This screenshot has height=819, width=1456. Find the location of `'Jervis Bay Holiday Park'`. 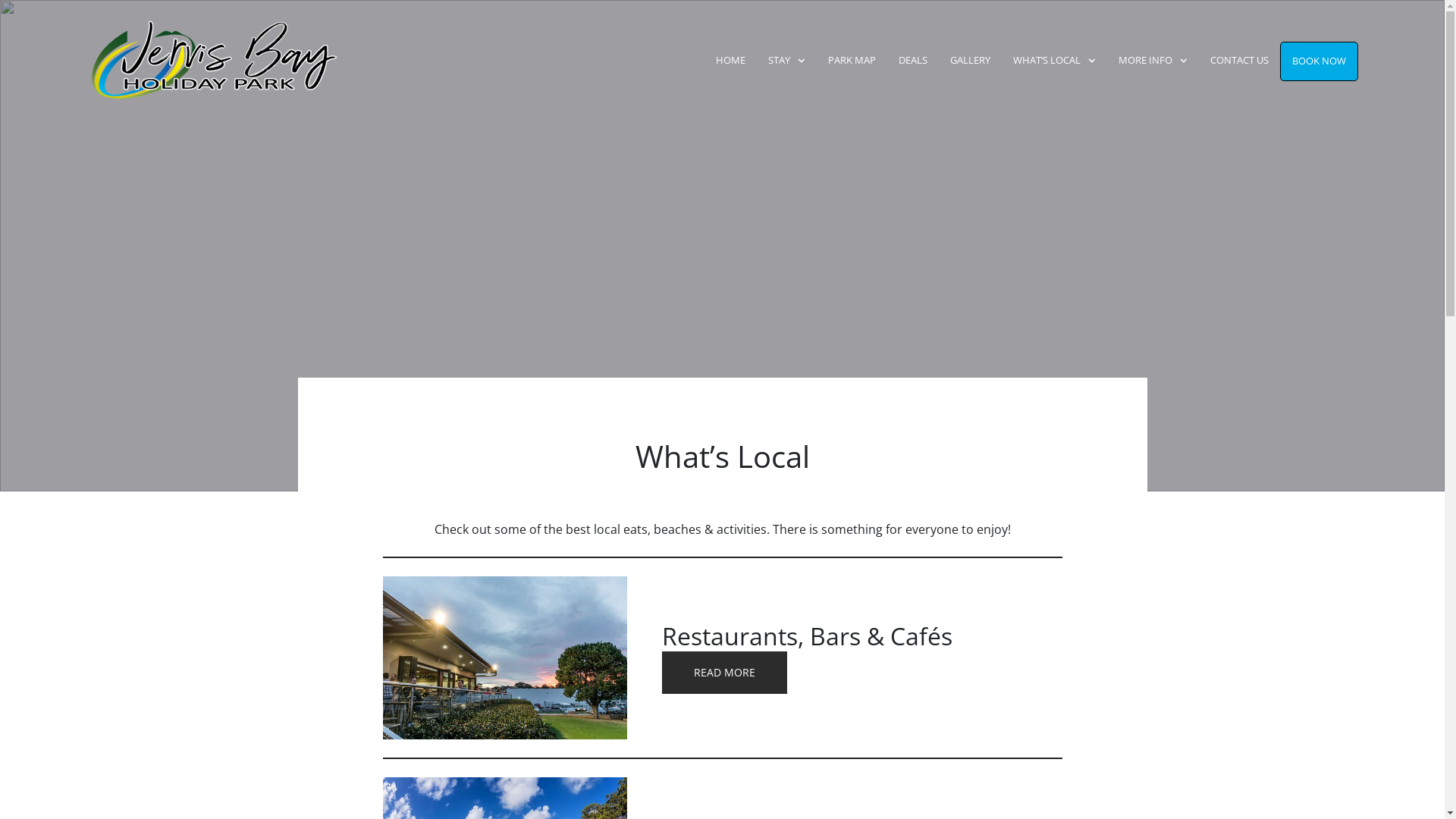

'Jervis Bay Holiday Park' is located at coordinates (185, 60).